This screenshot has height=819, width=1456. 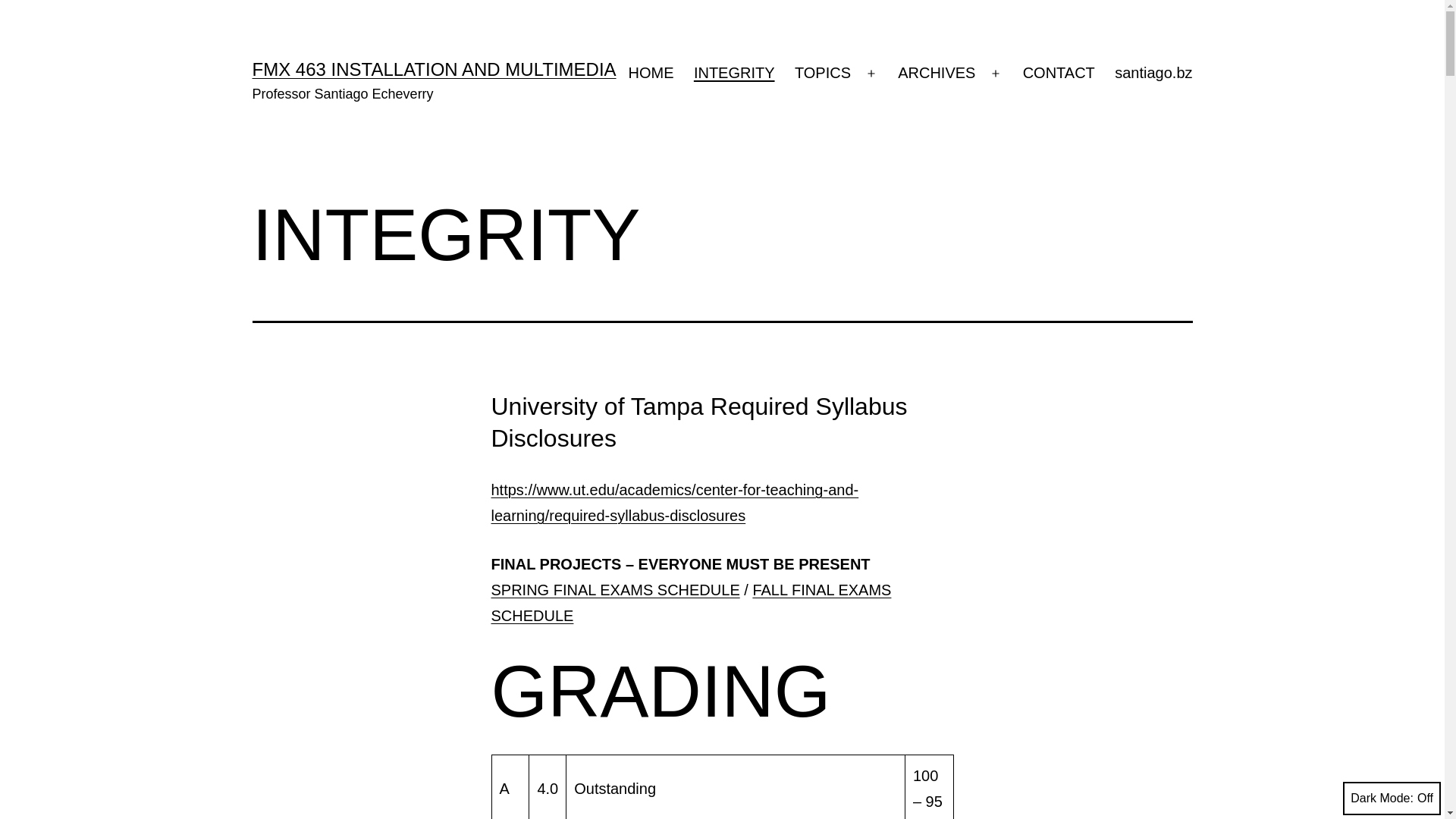 What do you see at coordinates (432, 69) in the screenshot?
I see `'FMX 463 INSTALLATION AND MULTIMEDIA'` at bounding box center [432, 69].